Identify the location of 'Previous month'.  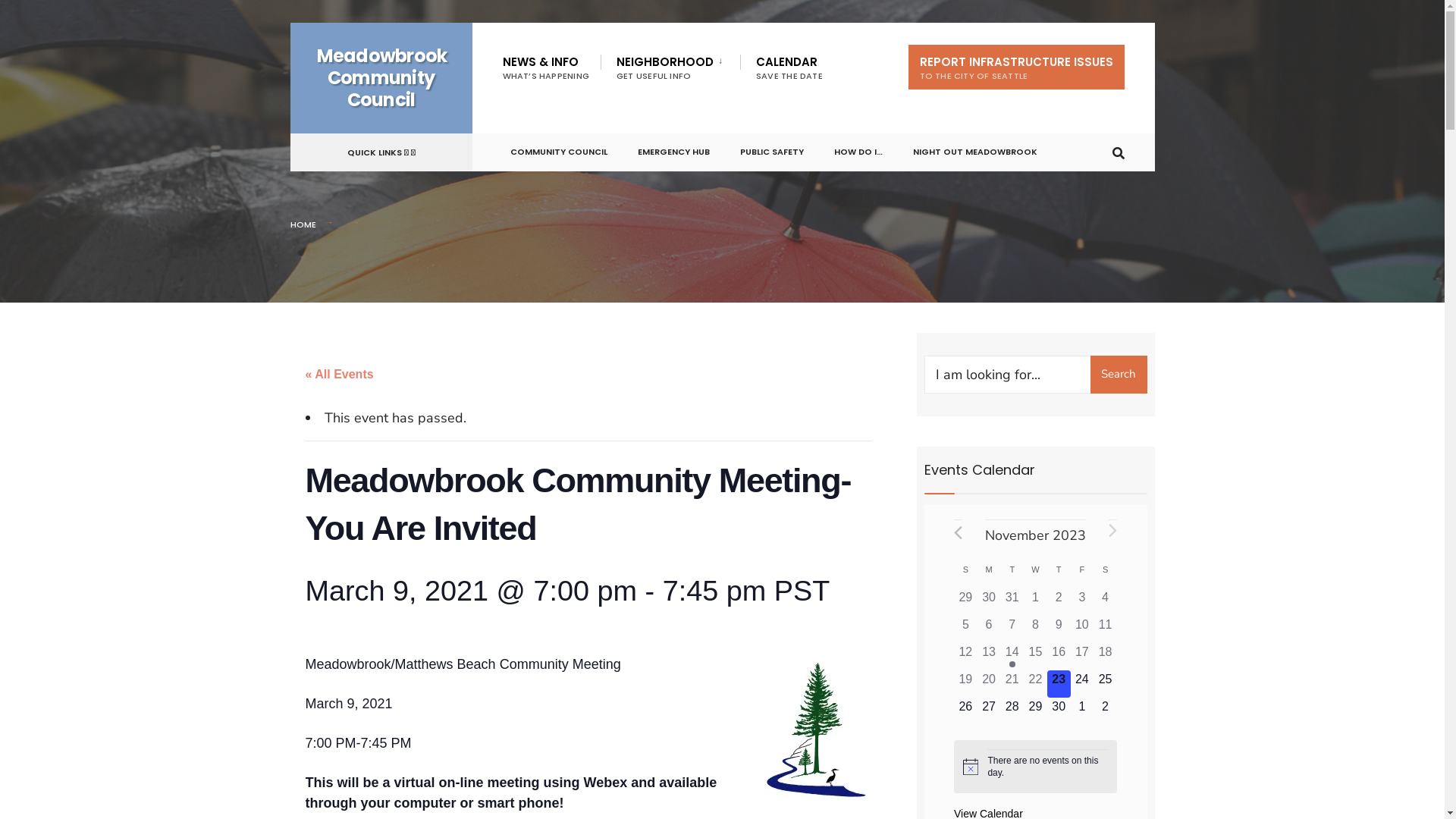
(952, 532).